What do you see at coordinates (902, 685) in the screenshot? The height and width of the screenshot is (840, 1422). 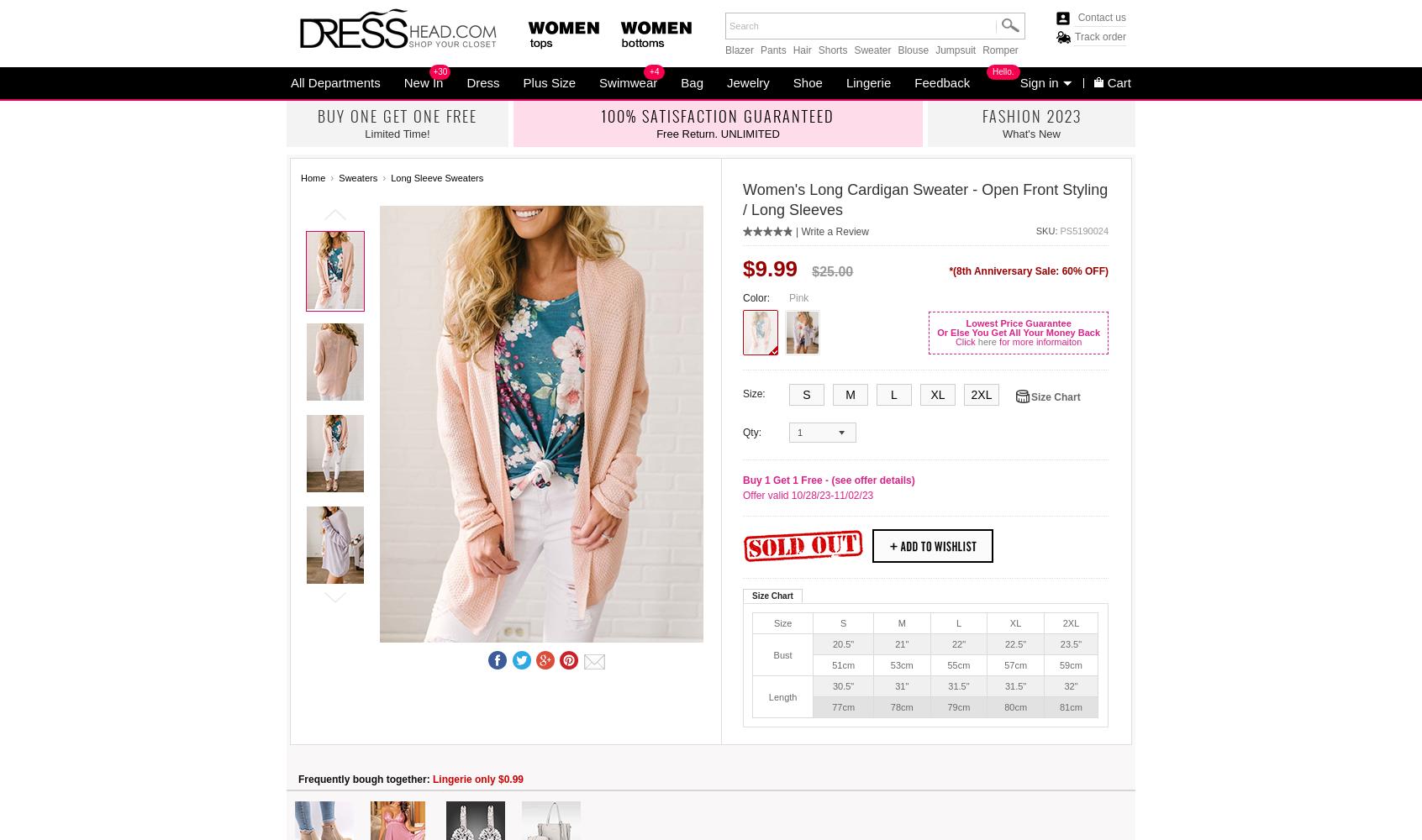 I see `'31"'` at bounding box center [902, 685].